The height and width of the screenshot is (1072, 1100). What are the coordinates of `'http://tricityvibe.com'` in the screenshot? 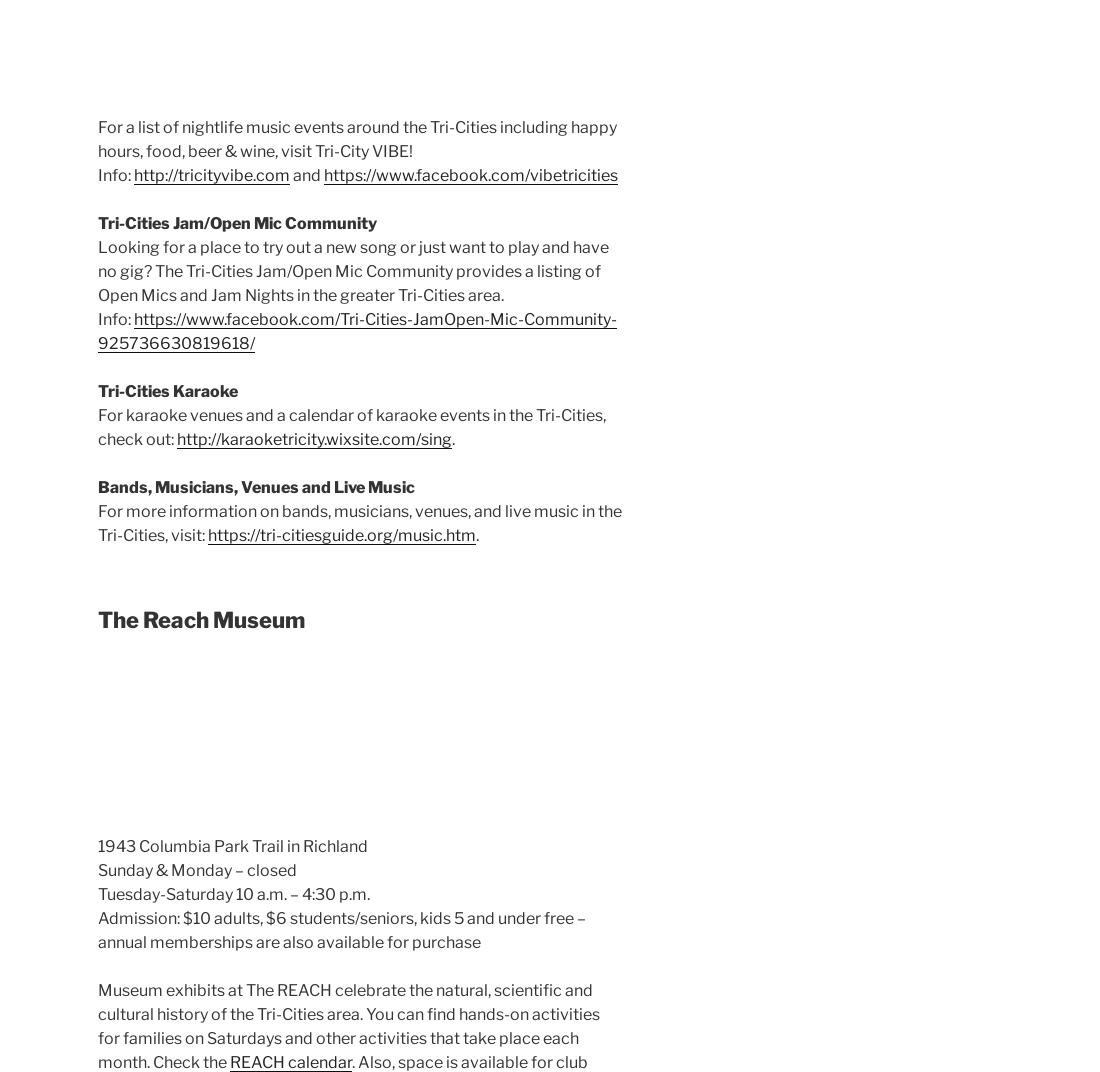 It's located at (133, 173).